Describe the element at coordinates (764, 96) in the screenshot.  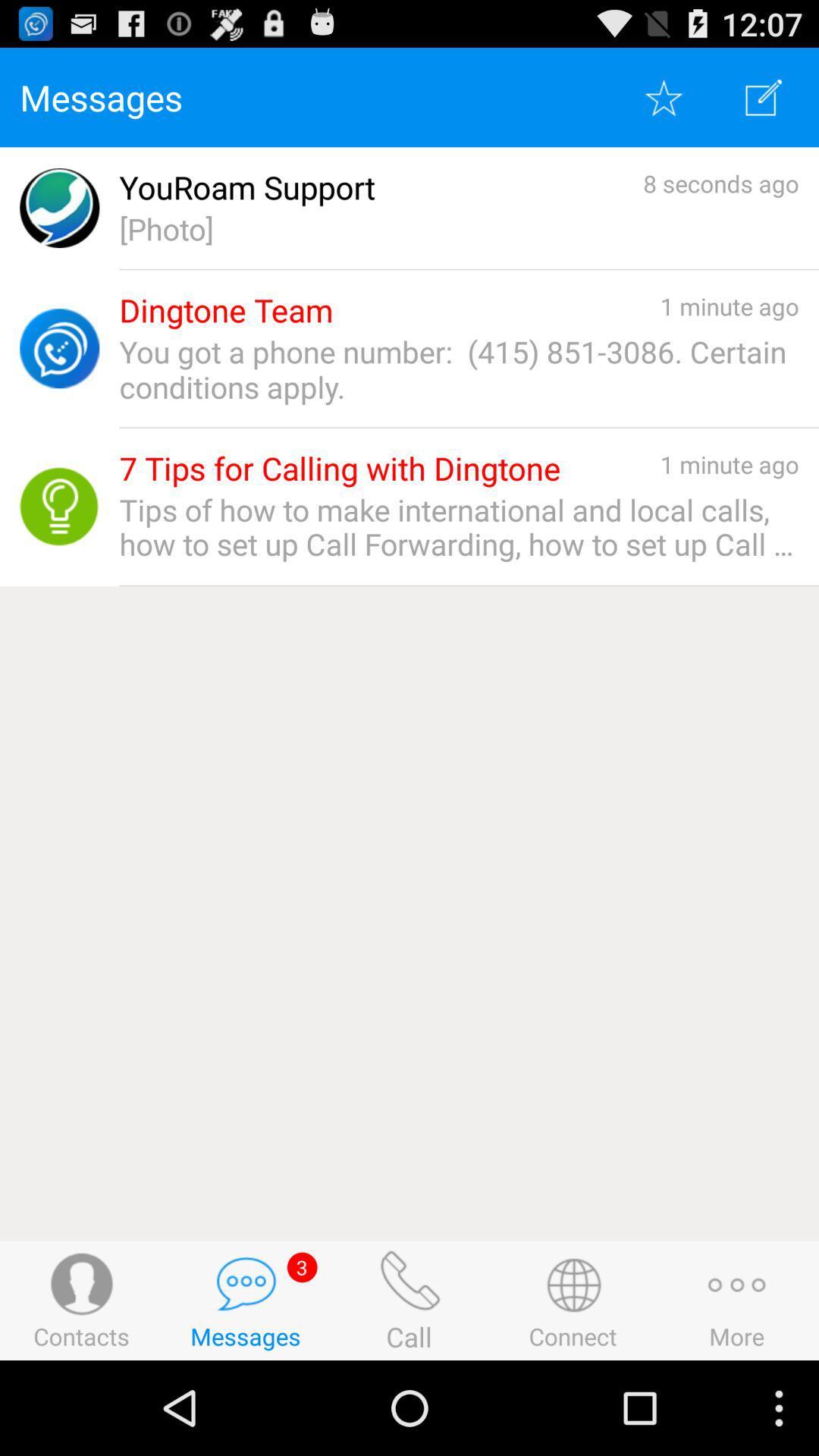
I see `new message` at that location.